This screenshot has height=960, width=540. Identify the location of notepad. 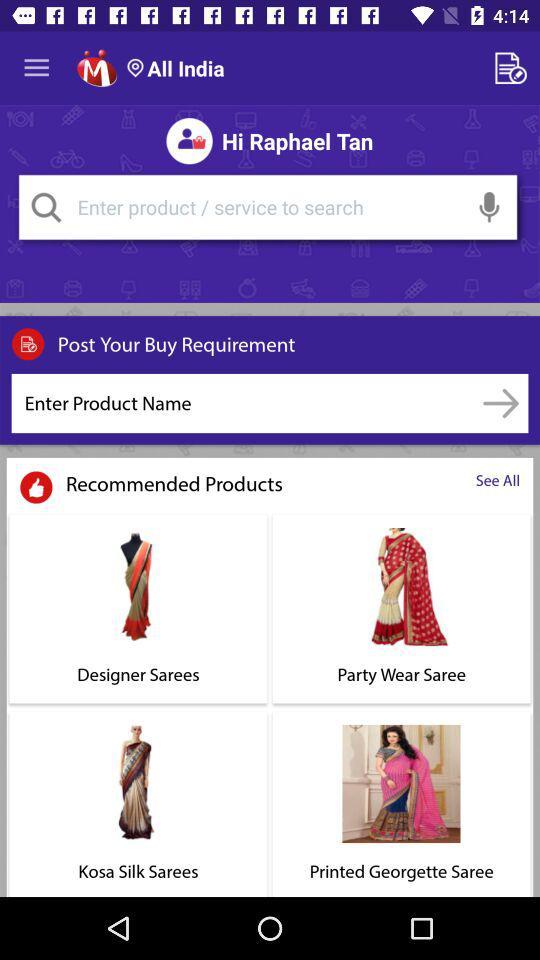
(514, 68).